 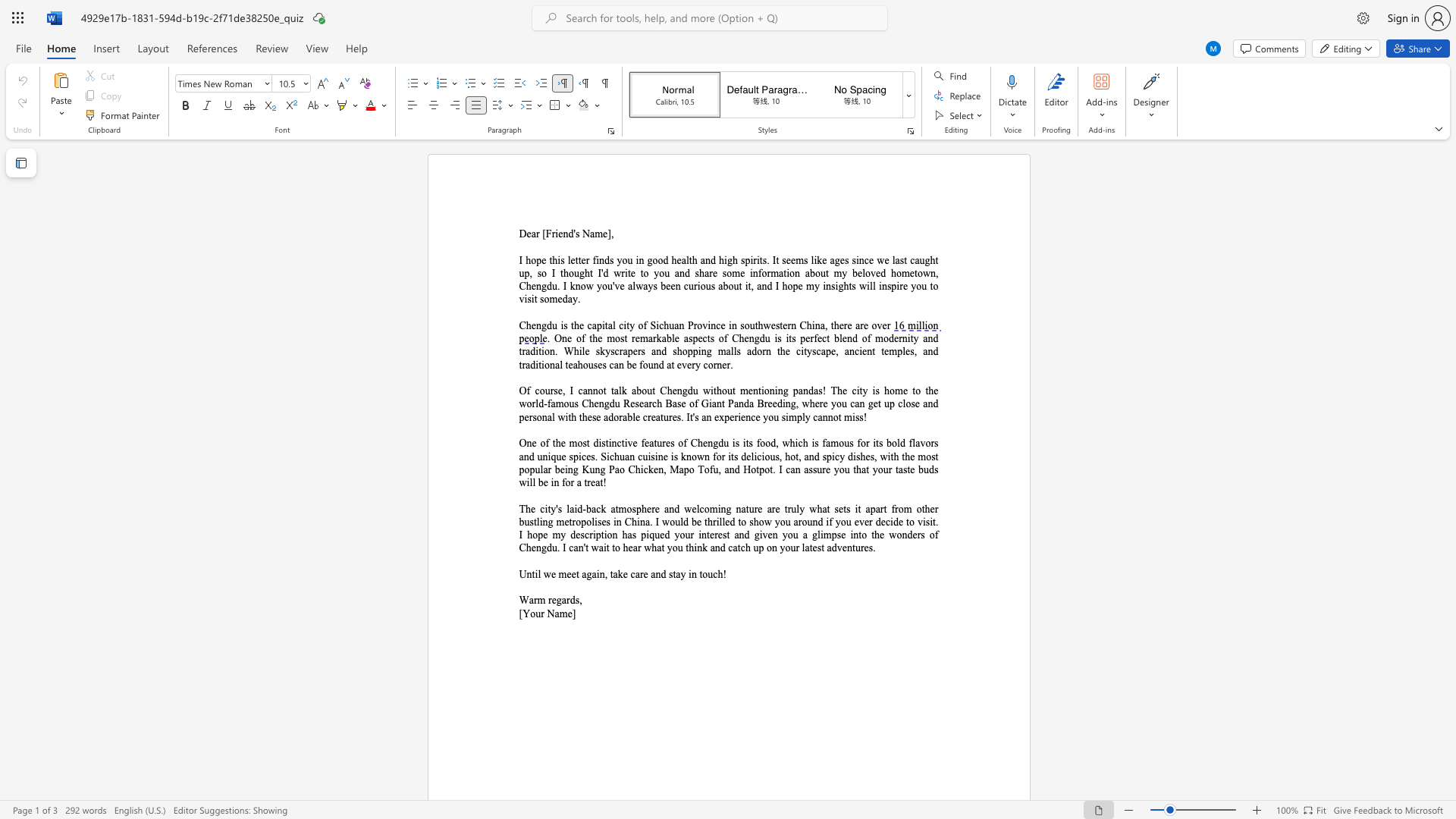 What do you see at coordinates (603, 259) in the screenshot?
I see `the subset text "ds you in good health" within the text "I hope this letter finds you in good health and high spirits. It seems like ages since we last caught up, so I thought"` at bounding box center [603, 259].